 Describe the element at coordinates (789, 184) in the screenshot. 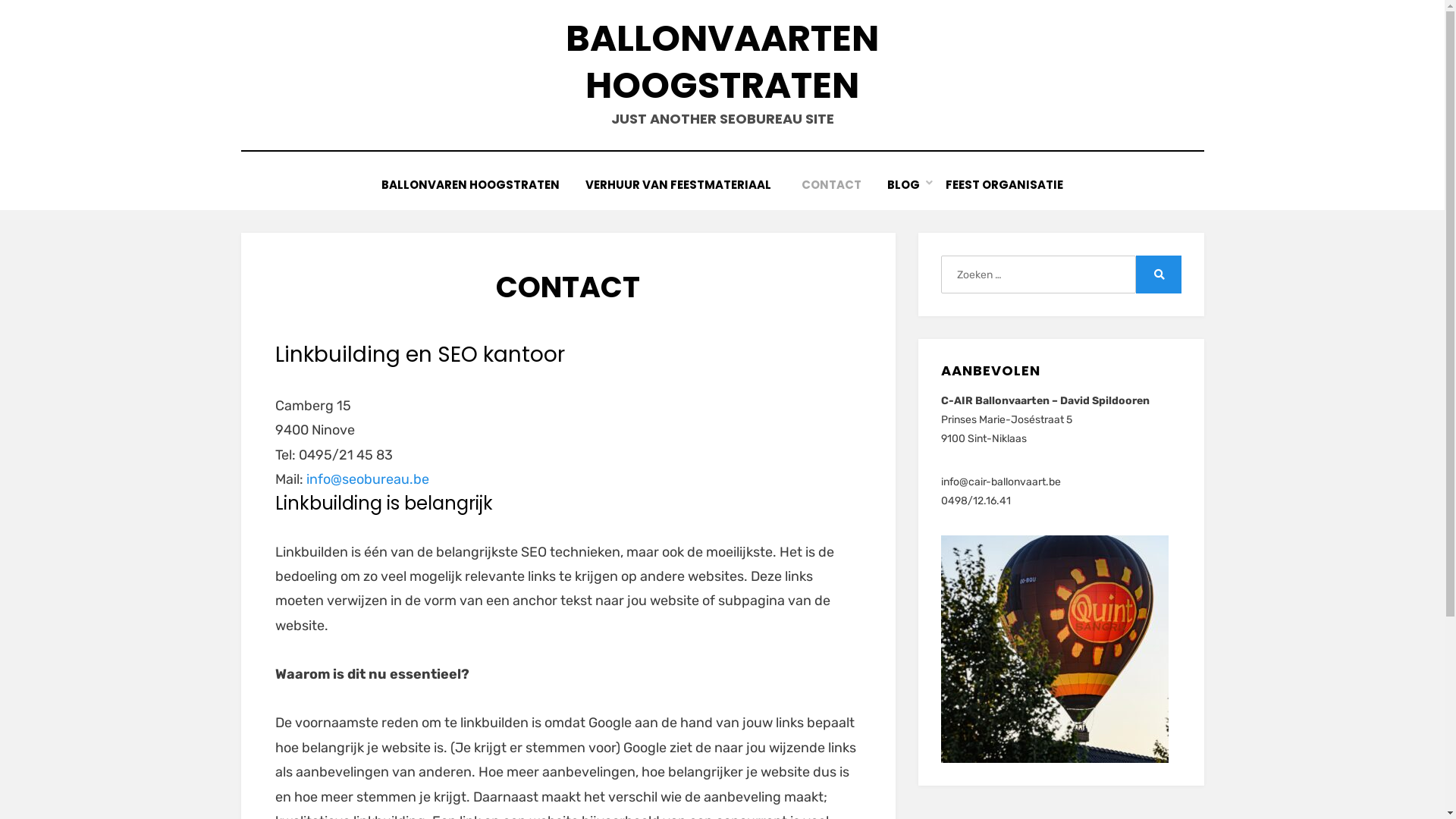

I see `'CONTACT'` at that location.